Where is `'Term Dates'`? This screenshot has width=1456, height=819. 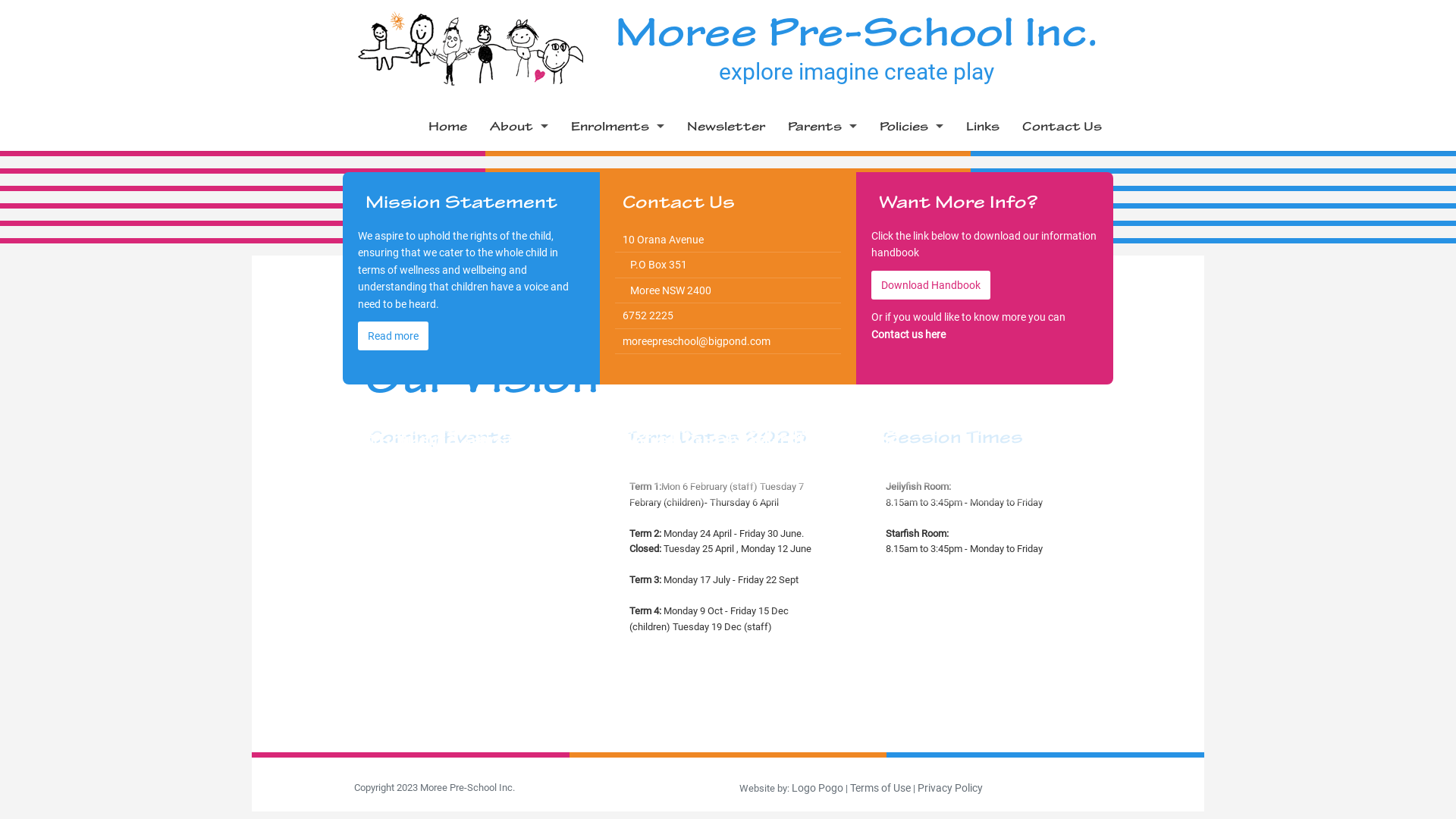
'Term Dates' is located at coordinates (821, 160).